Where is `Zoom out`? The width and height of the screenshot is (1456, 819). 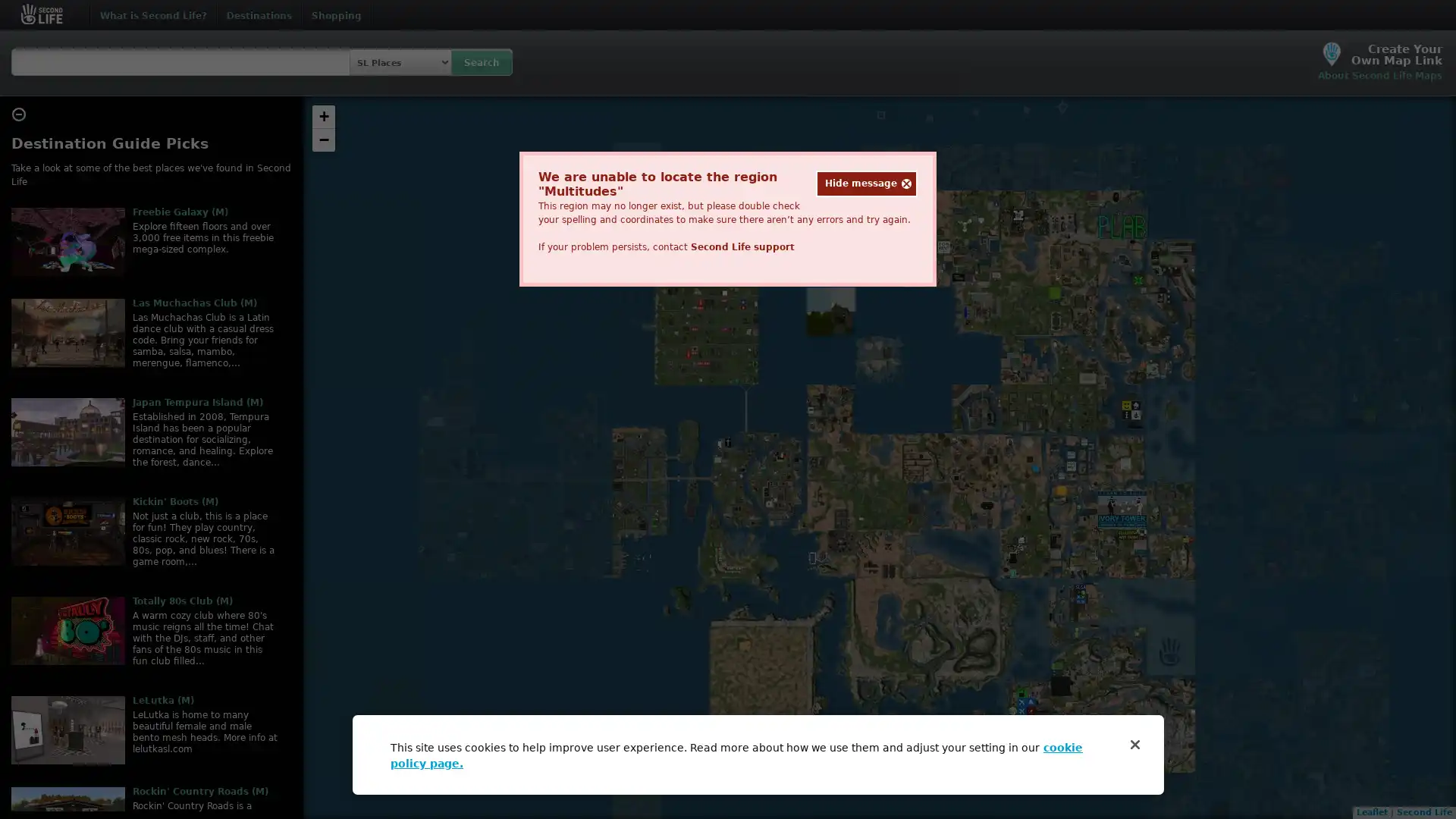
Zoom out is located at coordinates (323, 140).